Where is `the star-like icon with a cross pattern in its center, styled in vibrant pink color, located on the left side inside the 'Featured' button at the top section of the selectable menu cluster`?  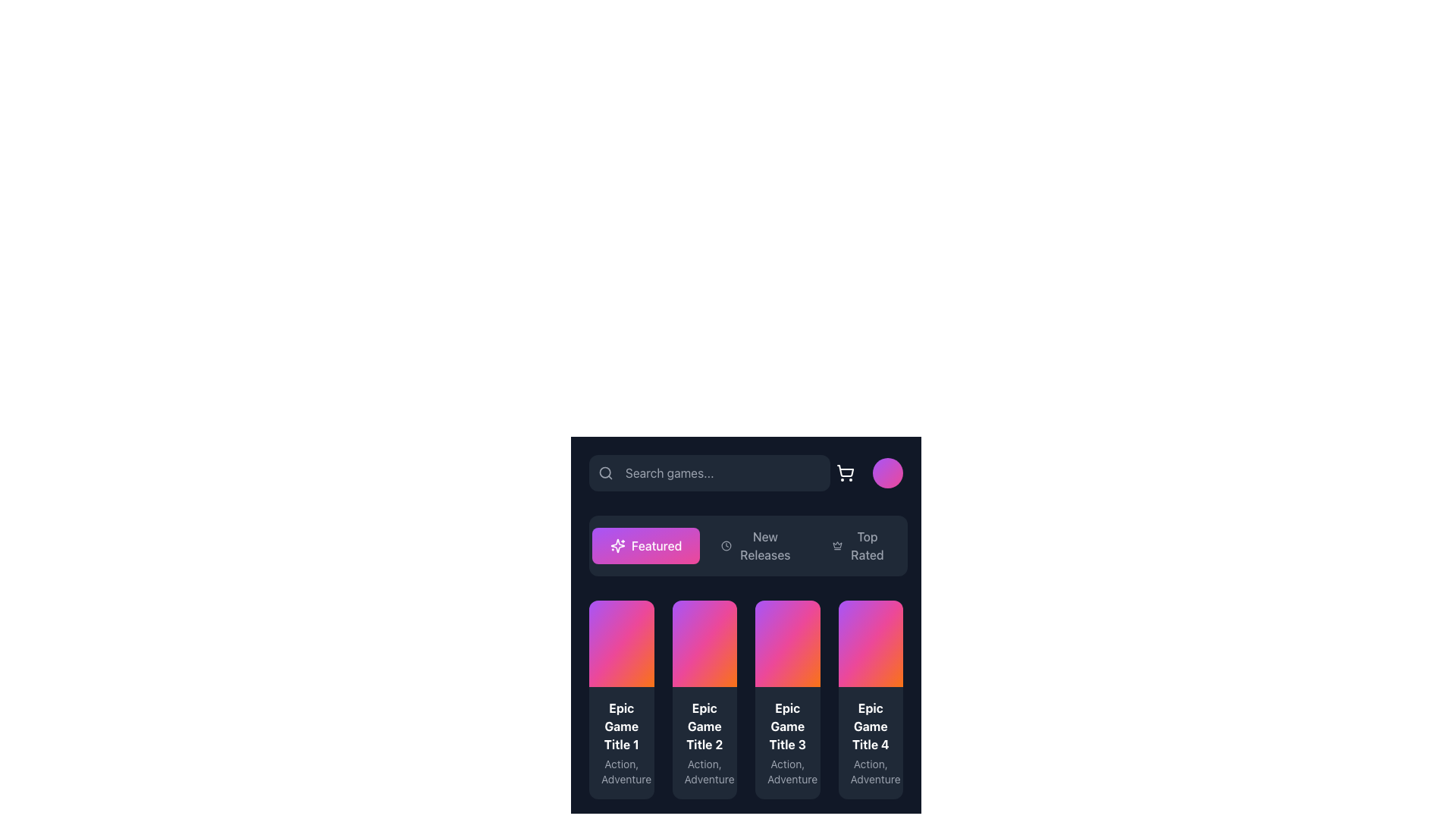
the star-like icon with a cross pattern in its center, styled in vibrant pink color, located on the left side inside the 'Featured' button at the top section of the selectable menu cluster is located at coordinates (618, 546).